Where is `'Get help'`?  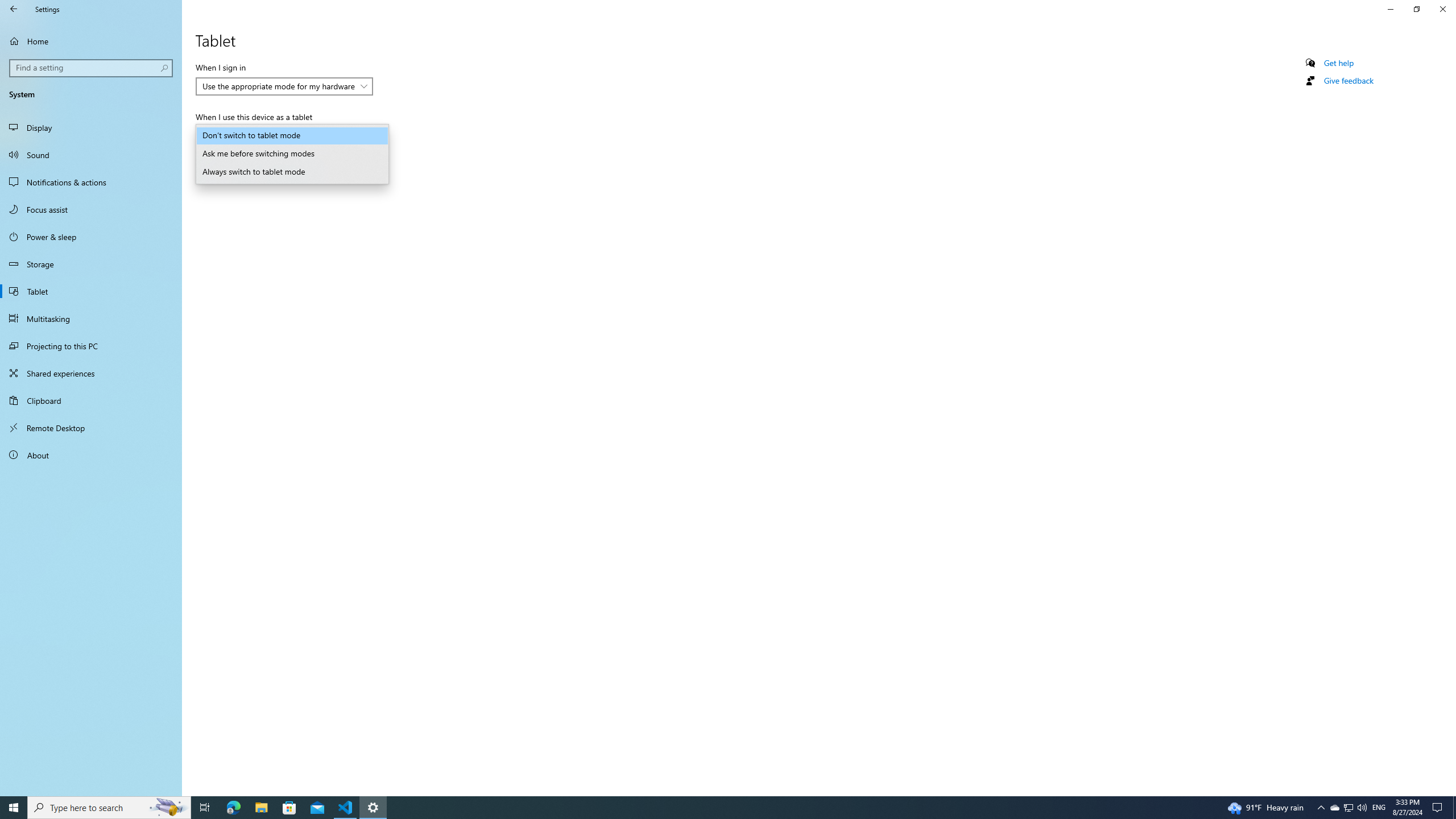
'Get help' is located at coordinates (1338, 63).